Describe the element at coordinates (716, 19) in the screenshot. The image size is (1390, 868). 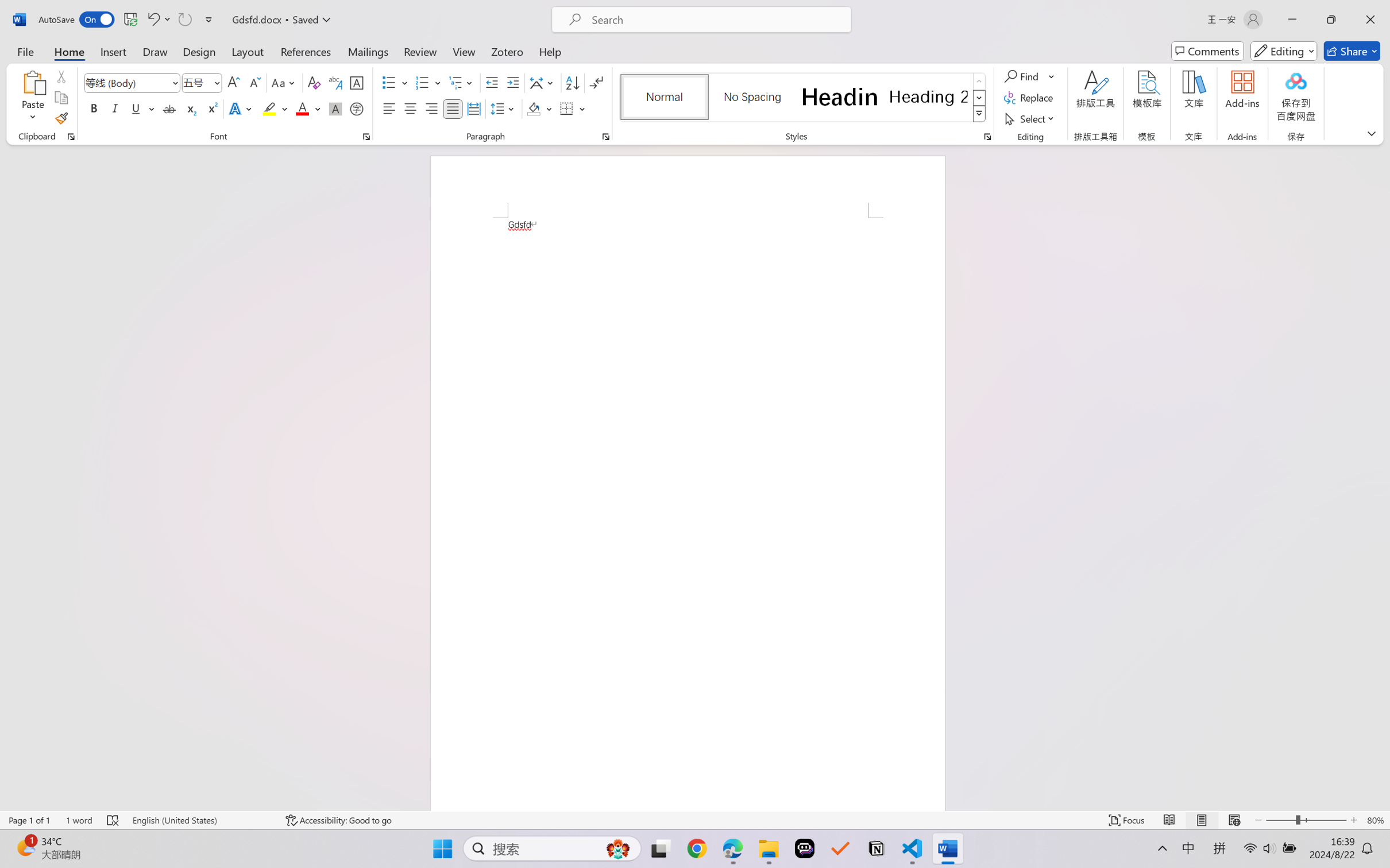
I see `'Microsoft search'` at that location.